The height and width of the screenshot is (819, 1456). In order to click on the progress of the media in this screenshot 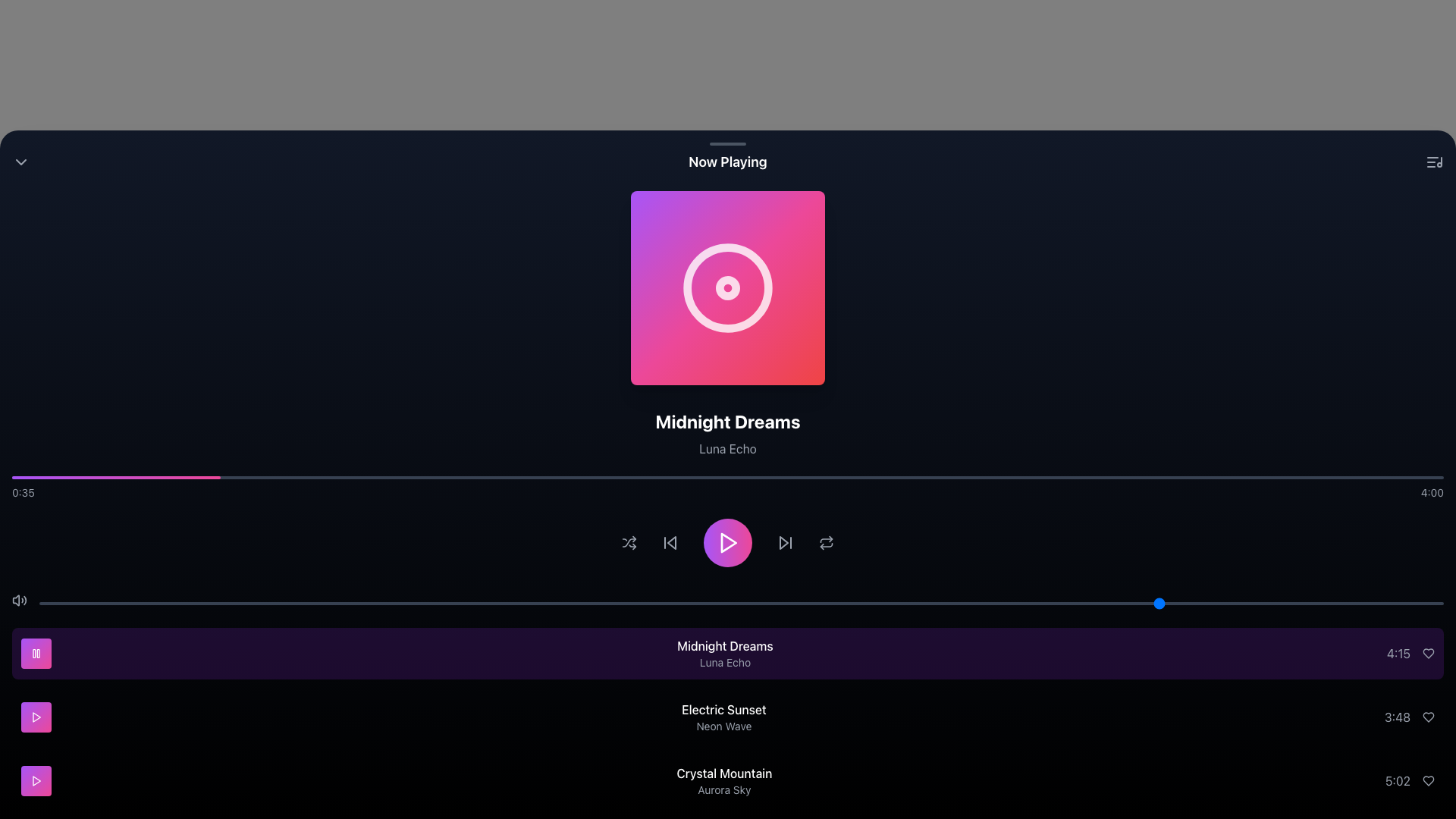, I will do `click(541, 476)`.